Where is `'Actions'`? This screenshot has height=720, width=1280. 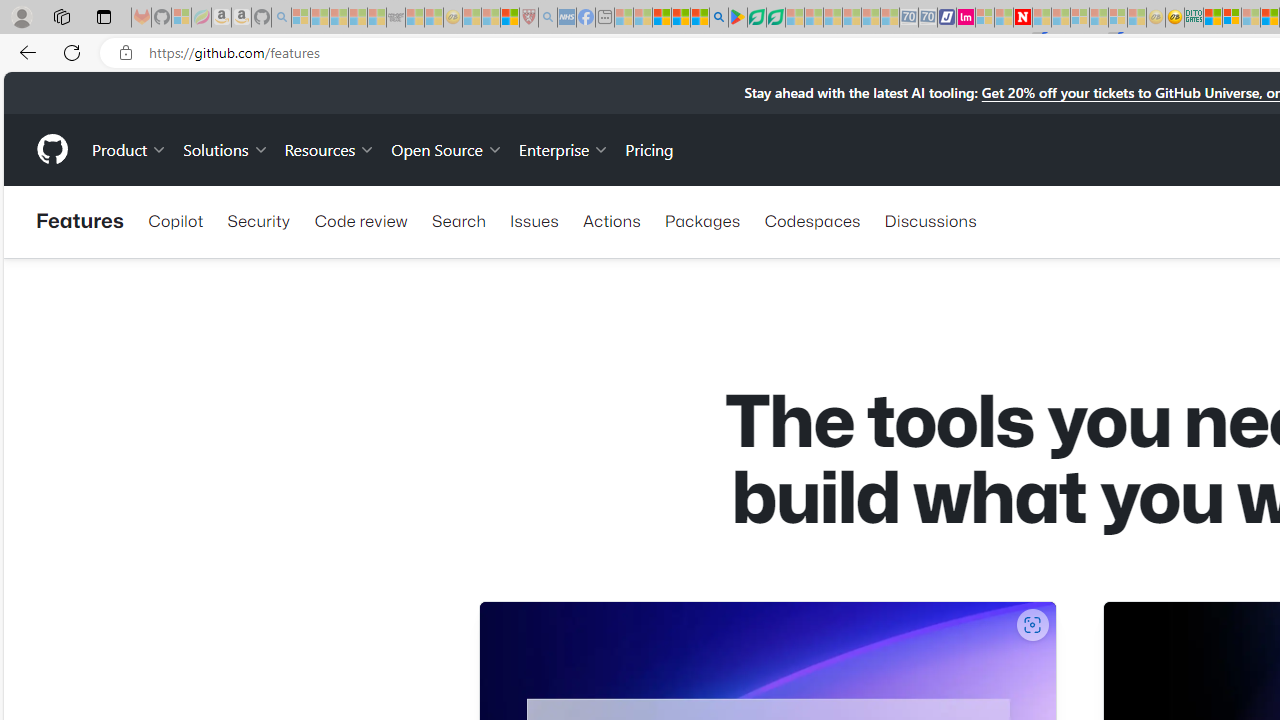 'Actions' is located at coordinates (610, 221).